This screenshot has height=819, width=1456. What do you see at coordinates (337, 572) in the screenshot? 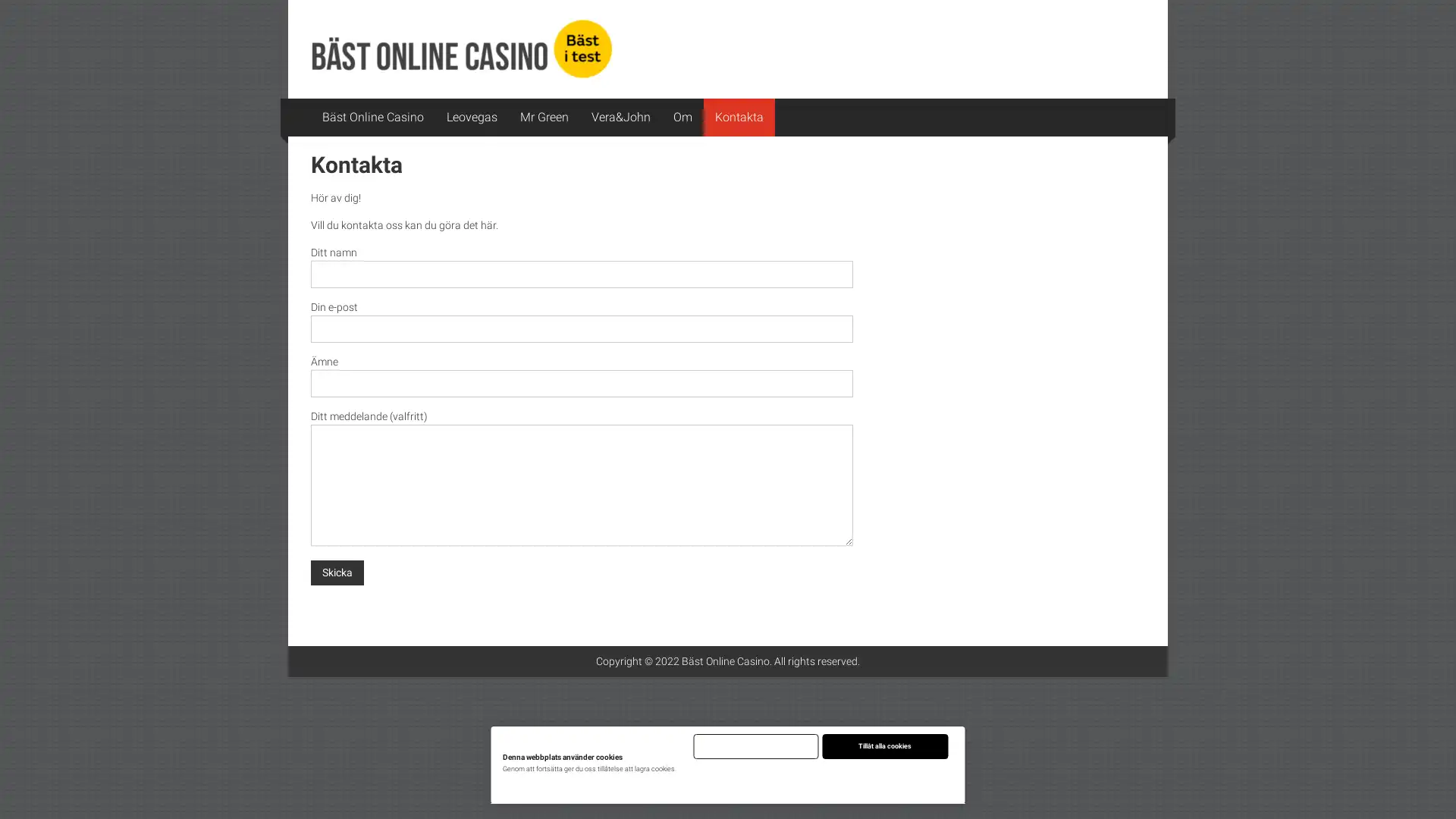
I see `Skicka` at bounding box center [337, 572].